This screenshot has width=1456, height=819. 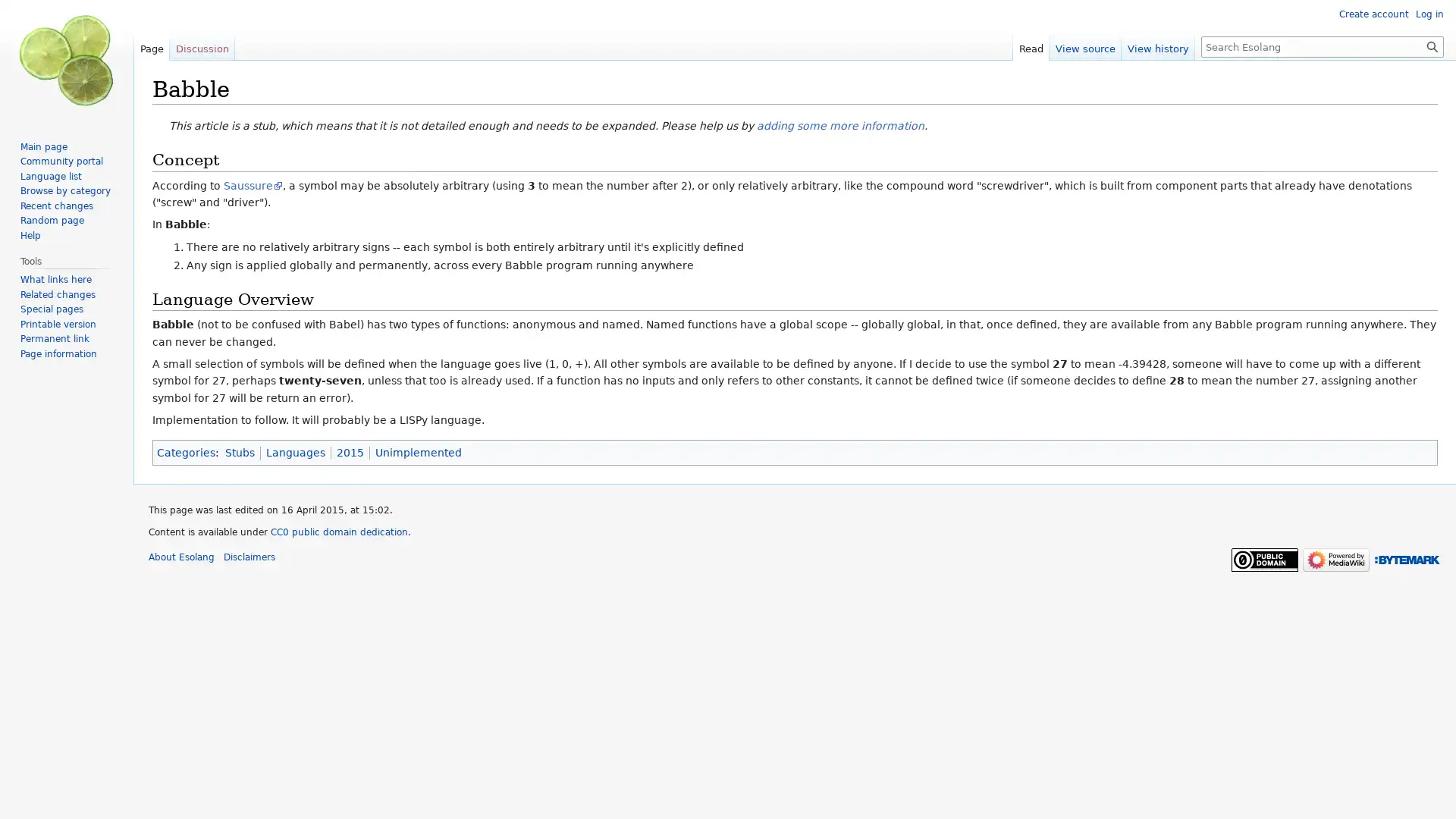 I want to click on Go, so click(x=1432, y=45).